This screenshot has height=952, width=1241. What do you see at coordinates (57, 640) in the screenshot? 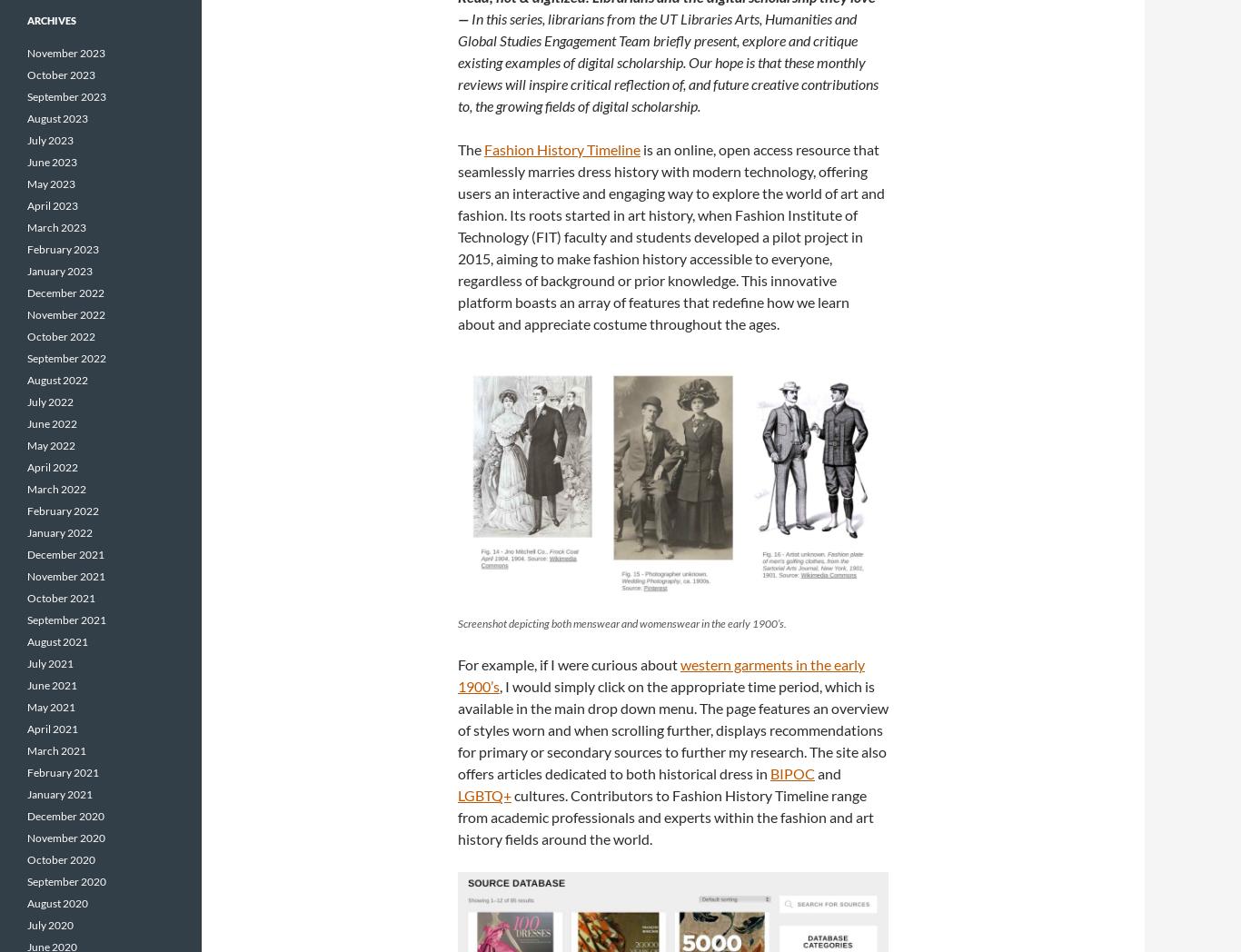
I see `'August 2021'` at bounding box center [57, 640].